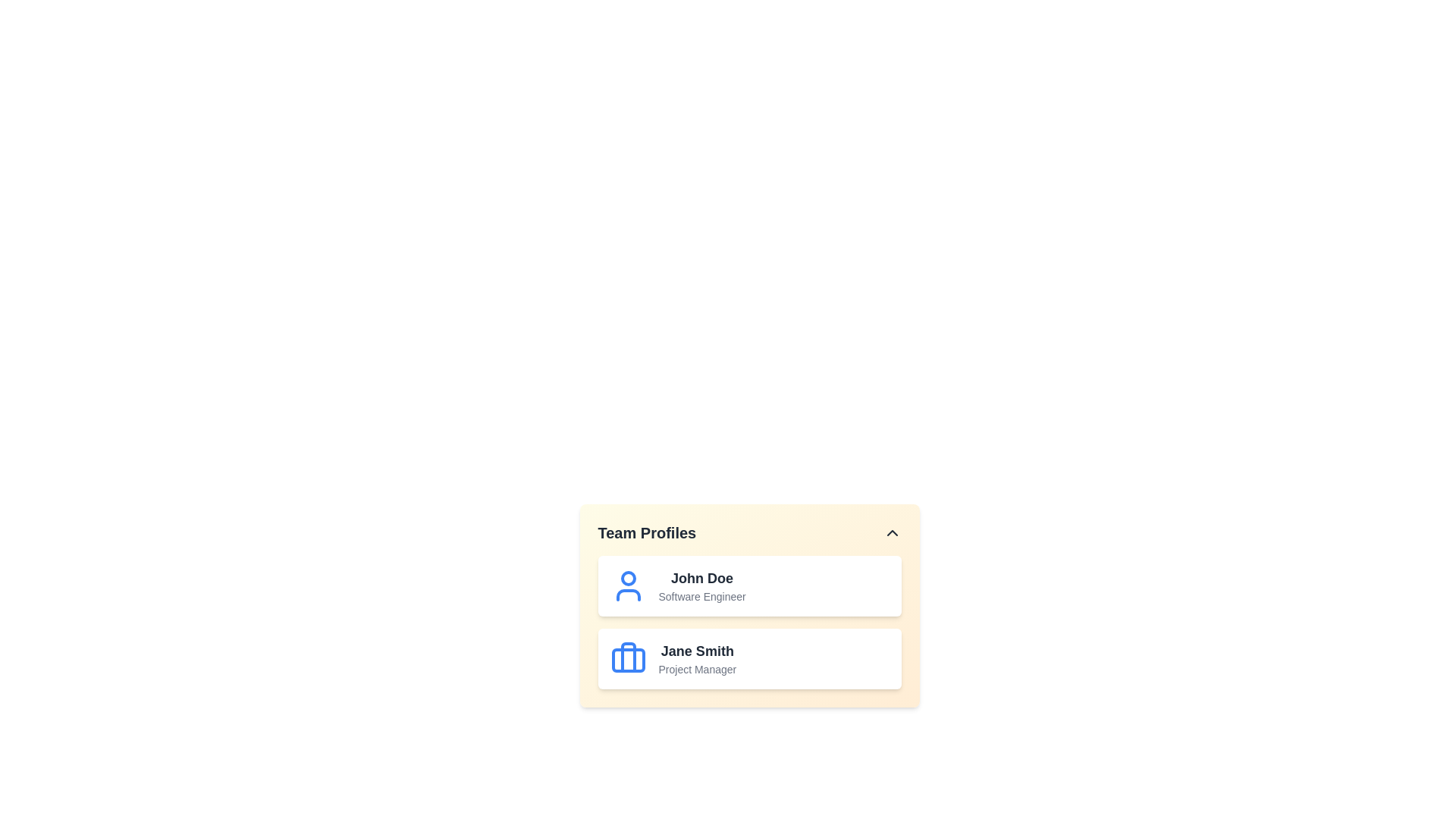 The width and height of the screenshot is (1456, 819). What do you see at coordinates (628, 579) in the screenshot?
I see `the Circle shape representing the head in the graphical user icon for accessibility settings` at bounding box center [628, 579].